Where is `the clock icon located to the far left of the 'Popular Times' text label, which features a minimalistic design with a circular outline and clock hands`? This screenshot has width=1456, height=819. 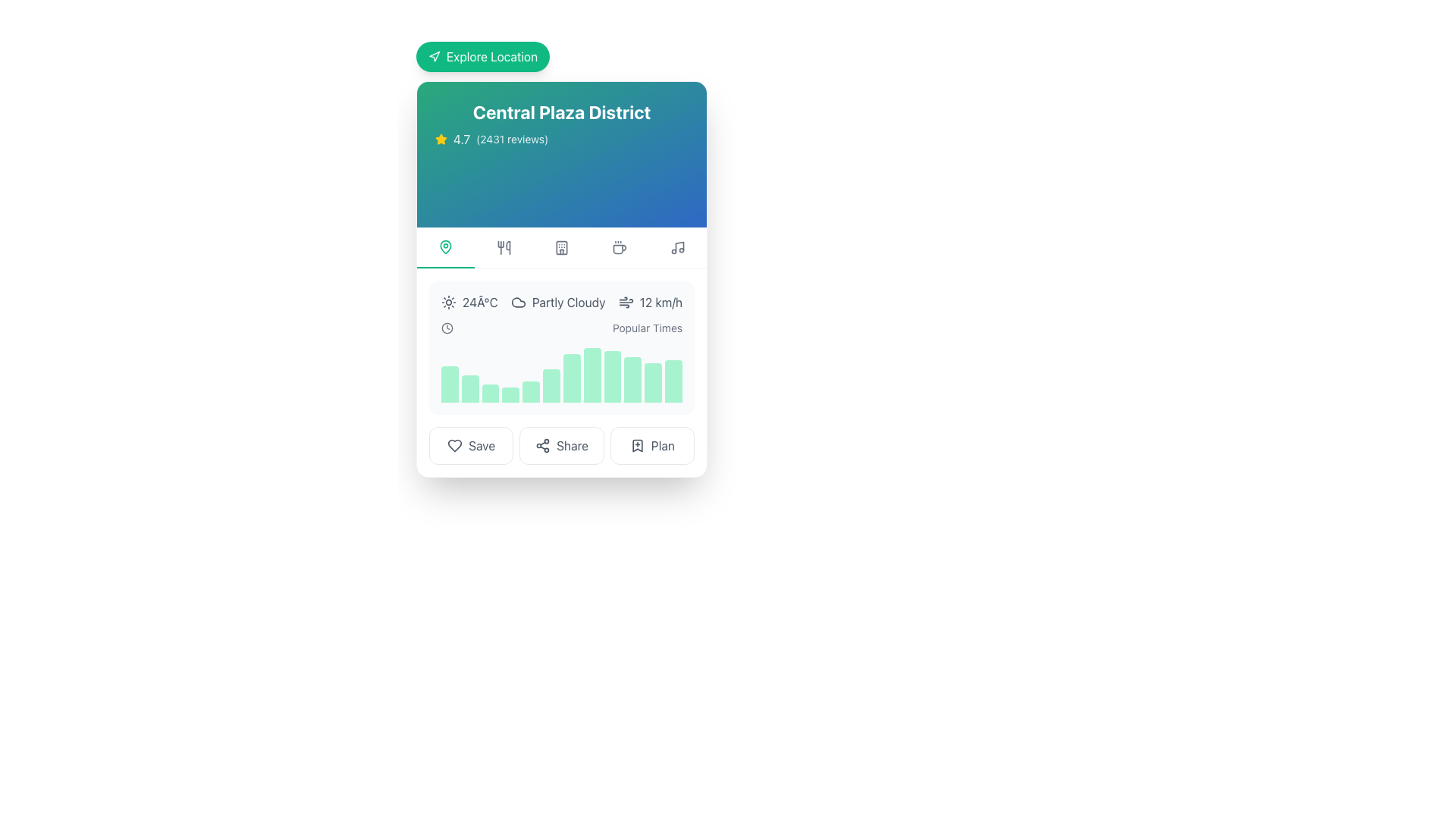
the clock icon located to the far left of the 'Popular Times' text label, which features a minimalistic design with a circular outline and clock hands is located at coordinates (447, 327).